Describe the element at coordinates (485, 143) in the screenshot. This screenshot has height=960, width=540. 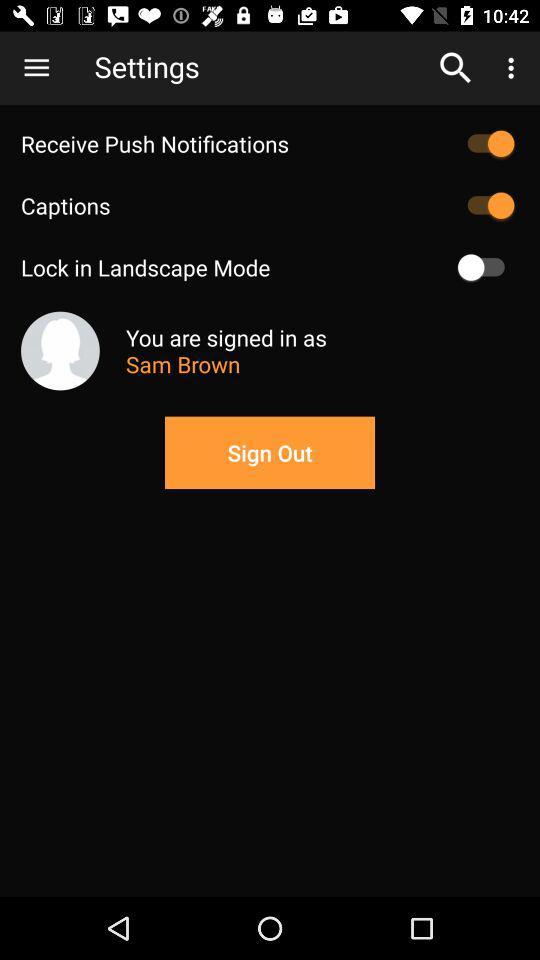
I see `the button right to the receive push notifications` at that location.